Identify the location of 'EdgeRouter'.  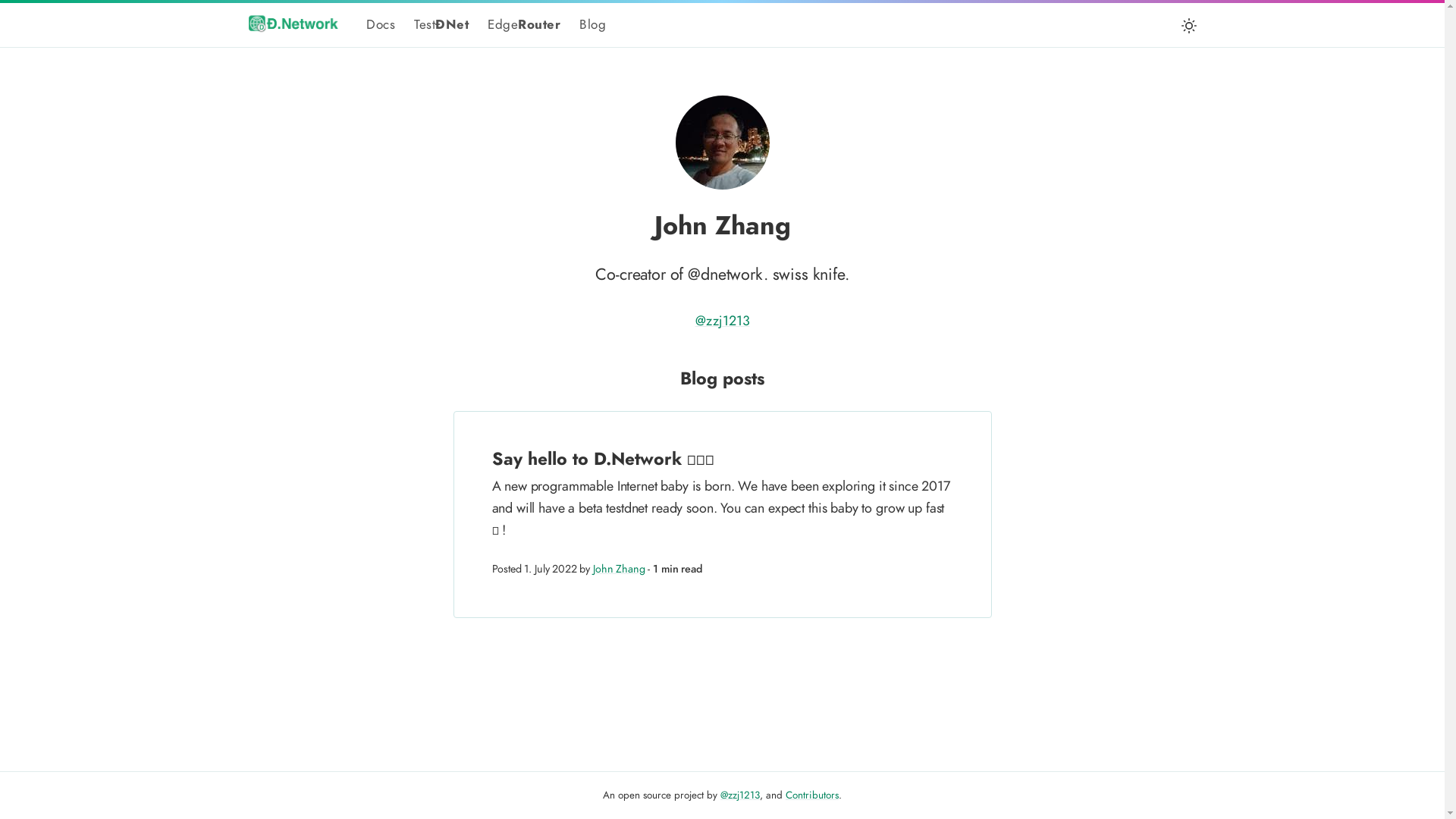
(524, 24).